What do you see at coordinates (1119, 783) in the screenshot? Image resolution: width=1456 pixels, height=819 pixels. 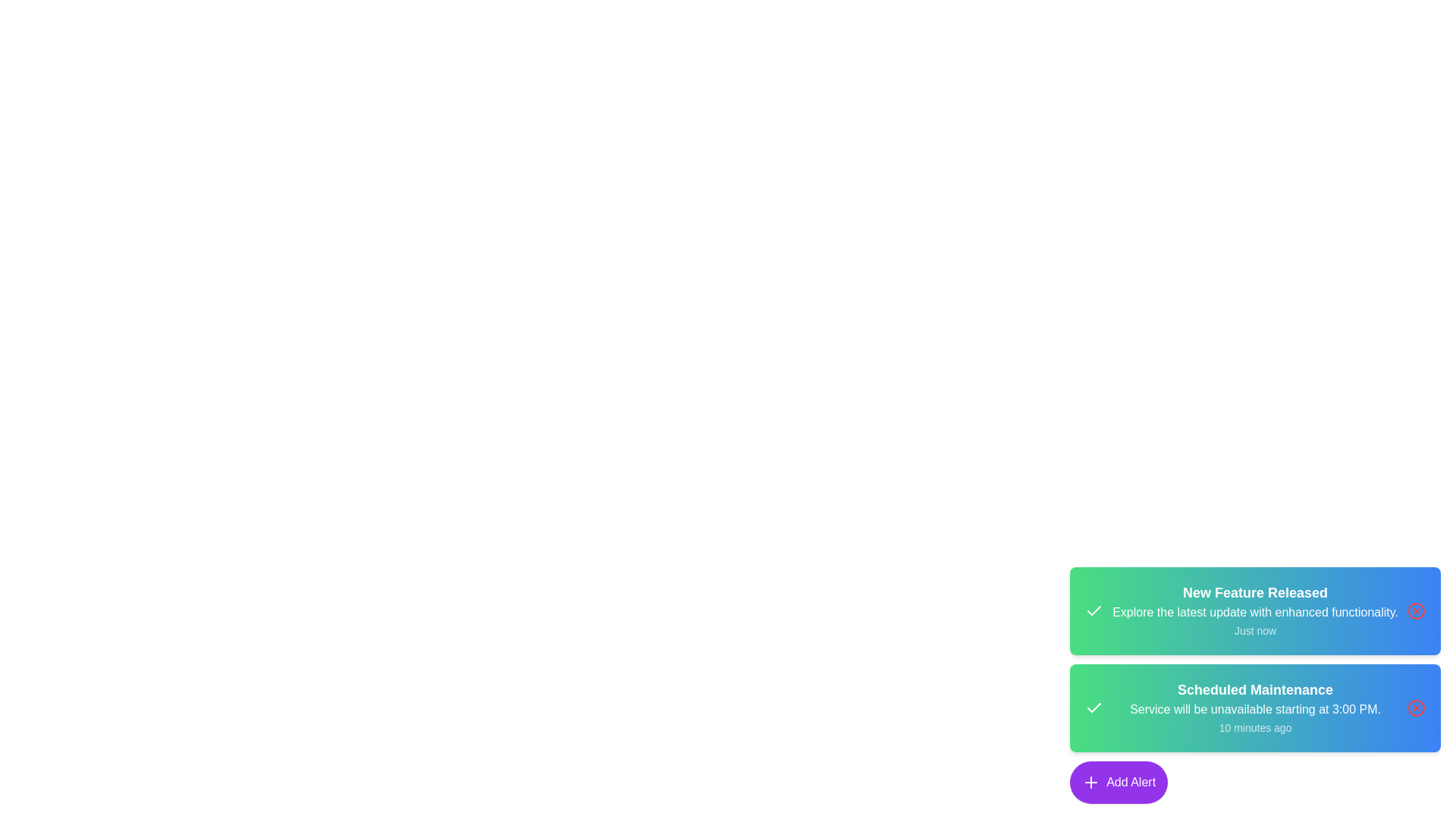 I see `the 'Add Alert' button to add a new alert` at bounding box center [1119, 783].